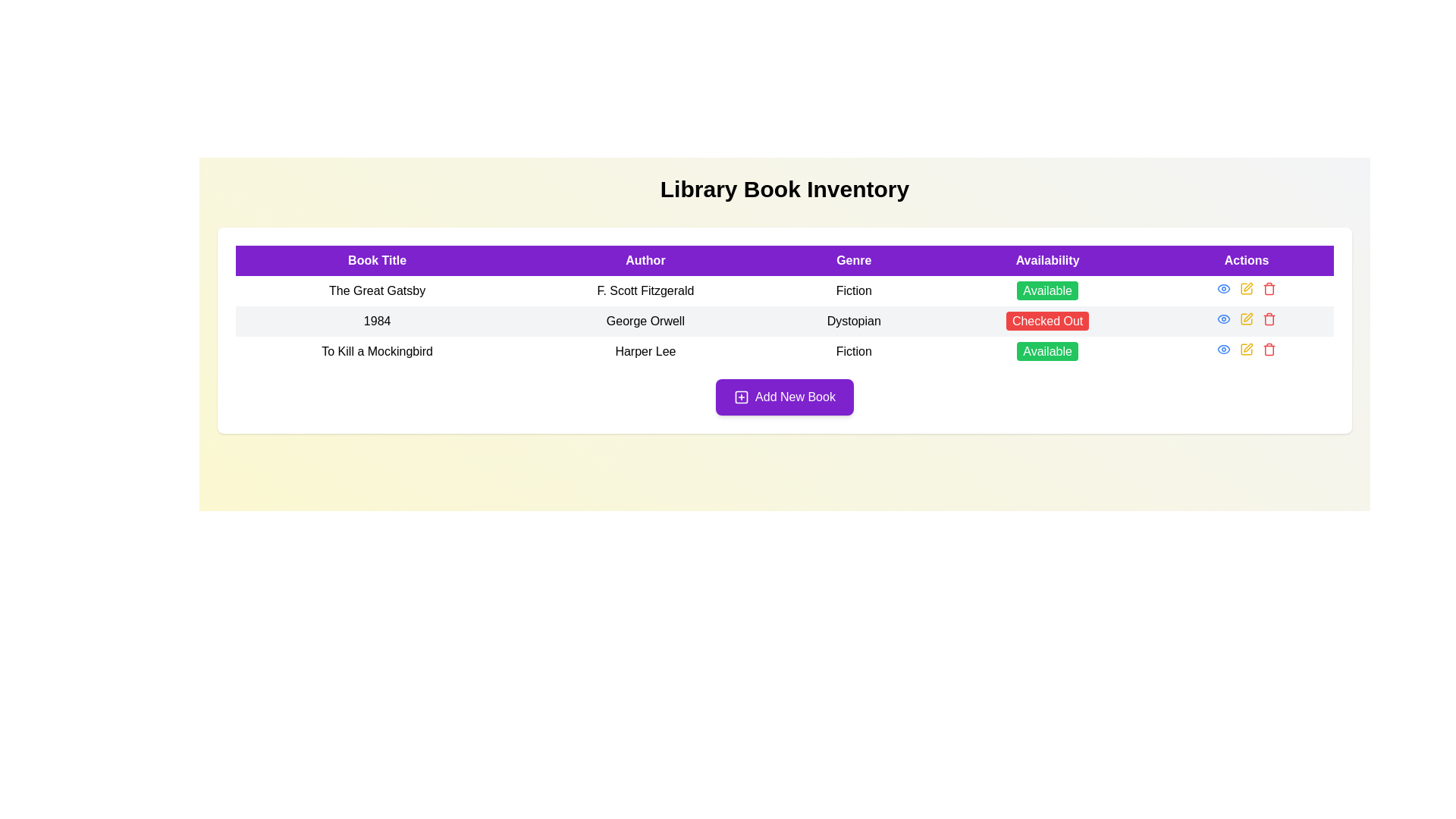 Image resolution: width=1456 pixels, height=819 pixels. I want to click on text 'Harper Lee' displayed in black under the 'Author' column in the third row of the table, positioned between 'To Kill a Mockingbird' and 'Fiction', so click(645, 351).